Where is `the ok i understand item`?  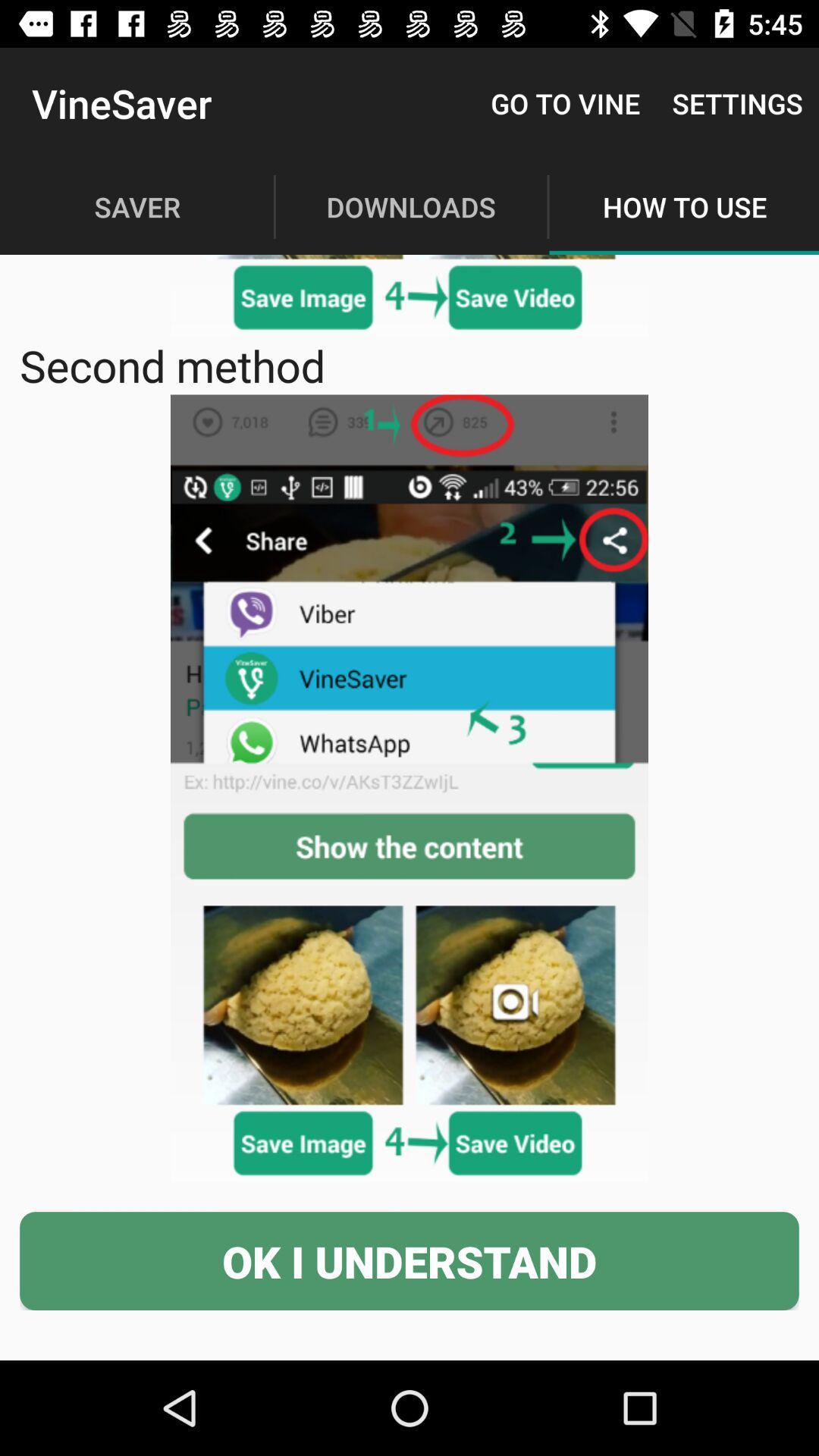 the ok i understand item is located at coordinates (409, 1261).